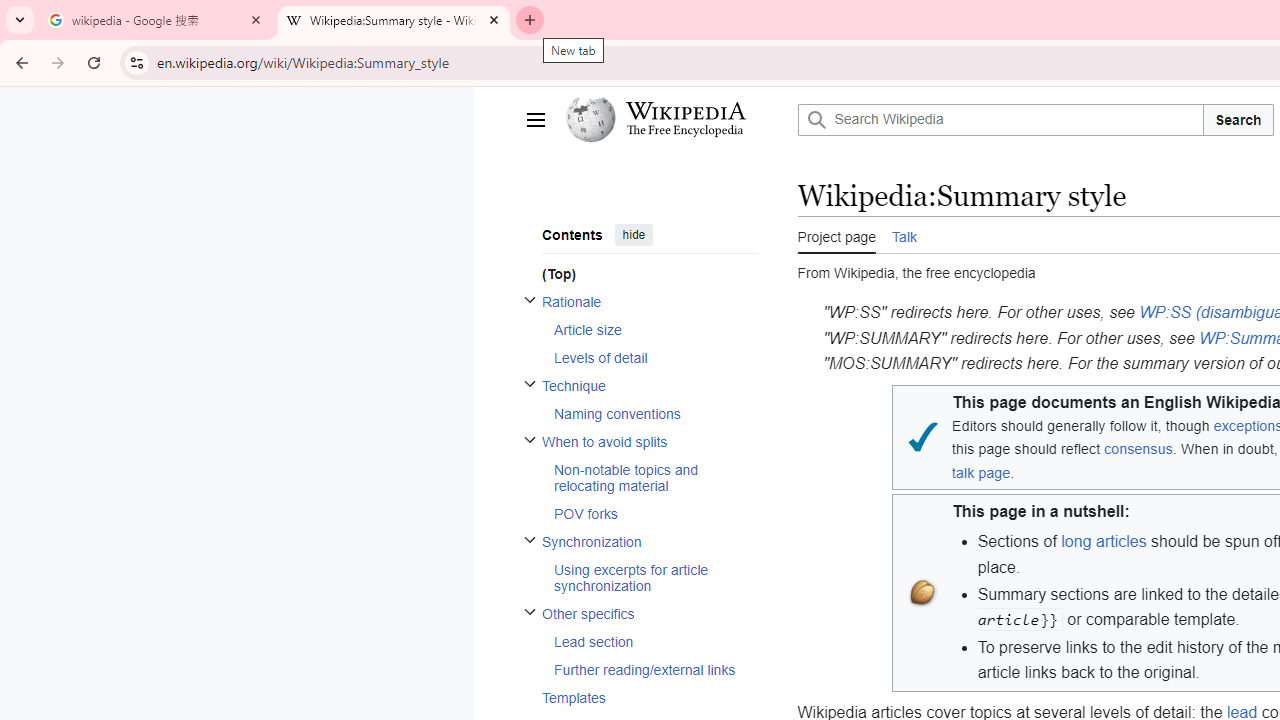  What do you see at coordinates (643, 328) in the screenshot?
I see `'AutomationID: toc-Rationale'` at bounding box center [643, 328].